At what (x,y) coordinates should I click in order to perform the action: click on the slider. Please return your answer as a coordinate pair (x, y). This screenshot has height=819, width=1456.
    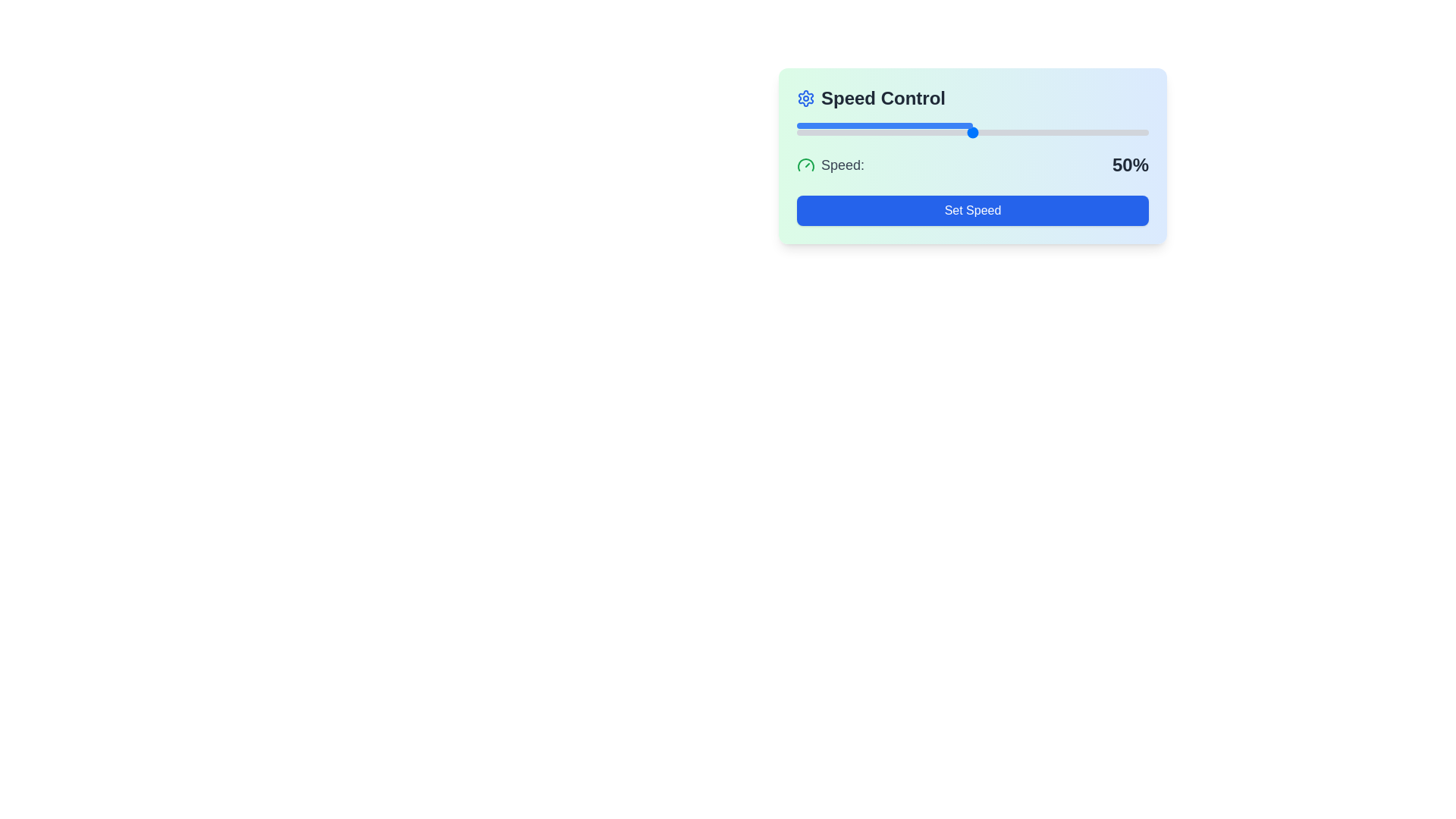
    Looking at the image, I should click on (871, 131).